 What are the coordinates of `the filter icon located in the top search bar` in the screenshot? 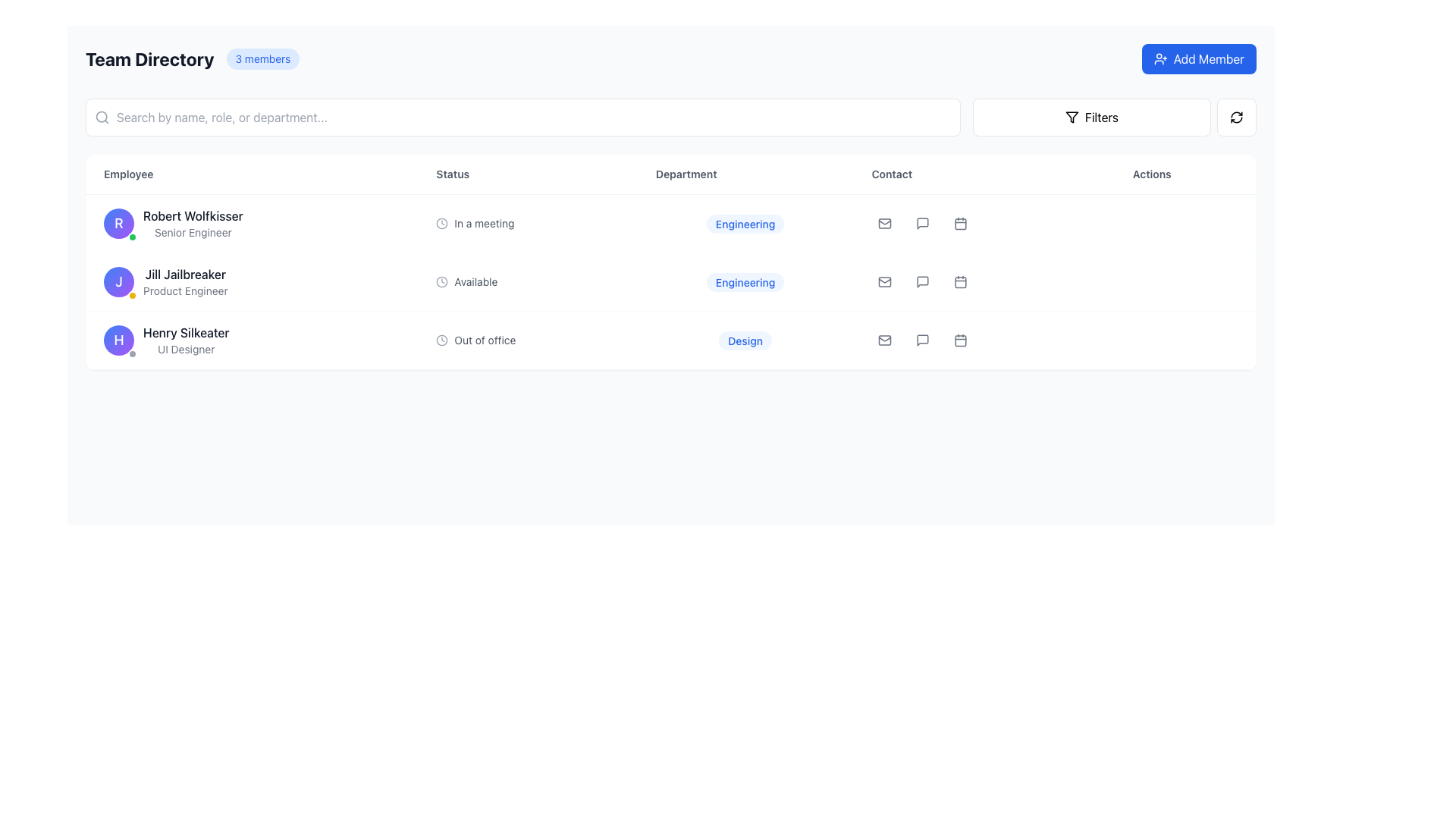 It's located at (1071, 116).